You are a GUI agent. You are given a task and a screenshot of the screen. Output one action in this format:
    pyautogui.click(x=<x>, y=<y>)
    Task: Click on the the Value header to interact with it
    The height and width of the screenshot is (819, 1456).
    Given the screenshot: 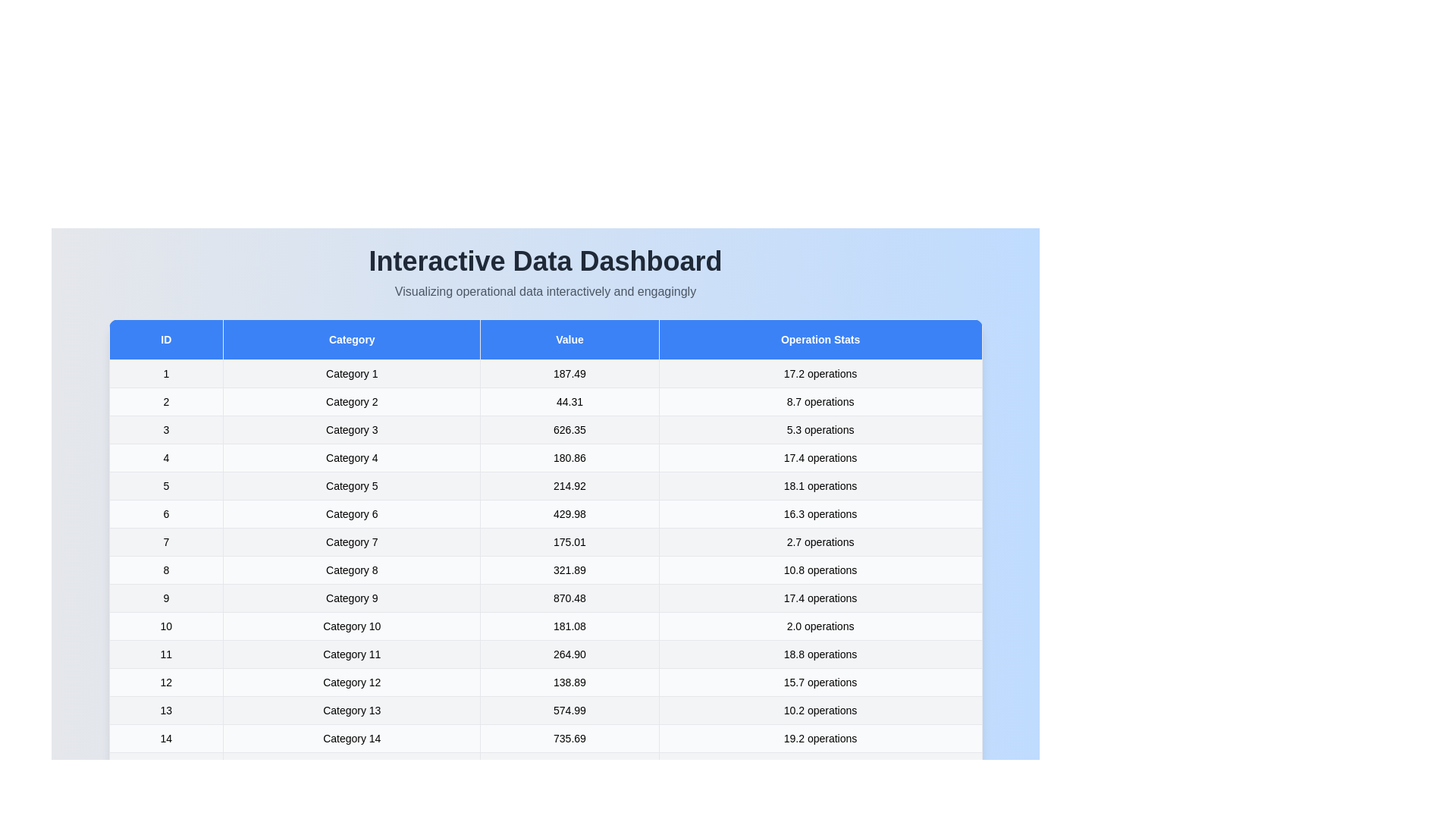 What is the action you would take?
    pyautogui.click(x=569, y=338)
    